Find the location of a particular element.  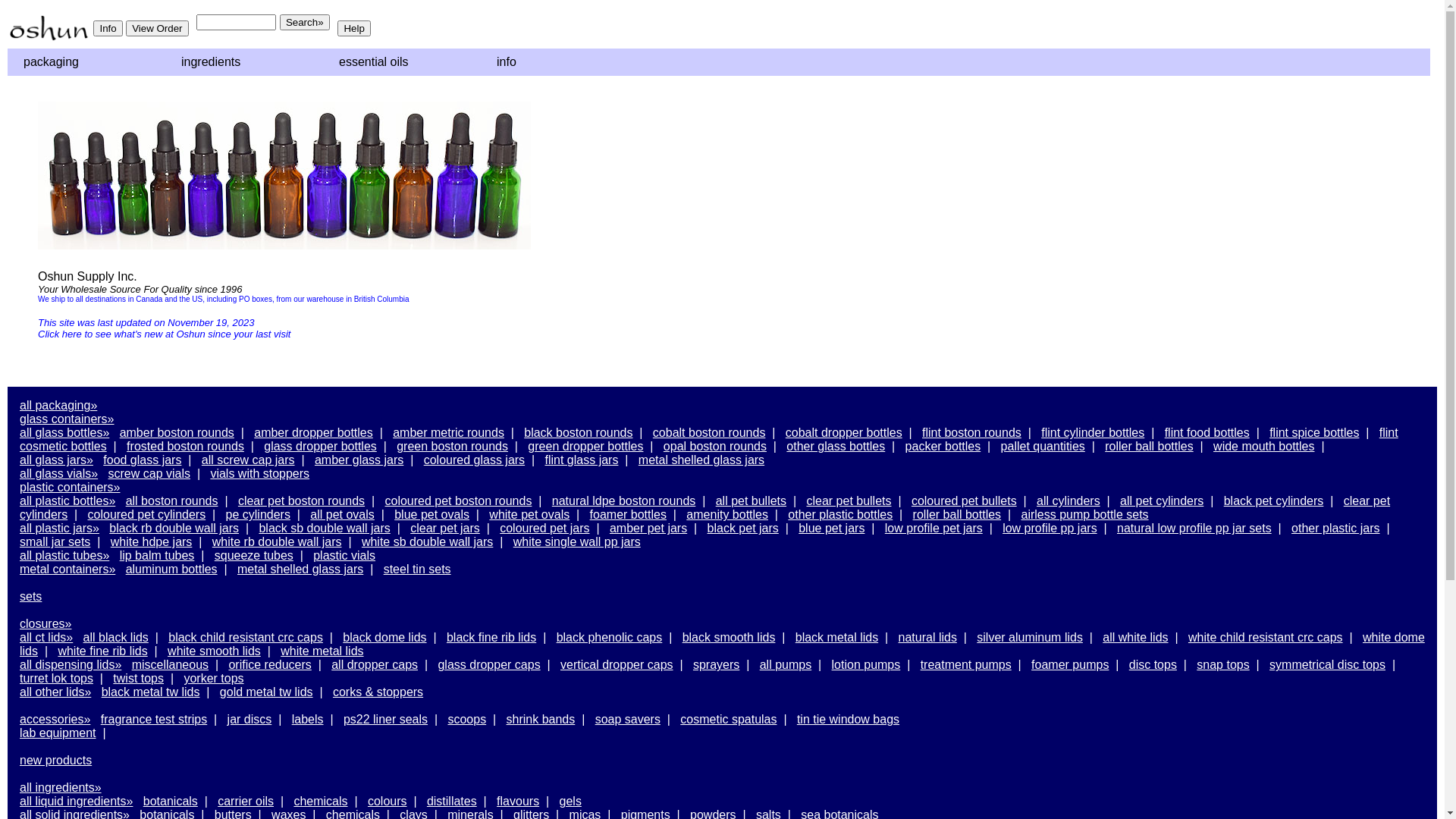

'black phenolic caps' is located at coordinates (609, 637).